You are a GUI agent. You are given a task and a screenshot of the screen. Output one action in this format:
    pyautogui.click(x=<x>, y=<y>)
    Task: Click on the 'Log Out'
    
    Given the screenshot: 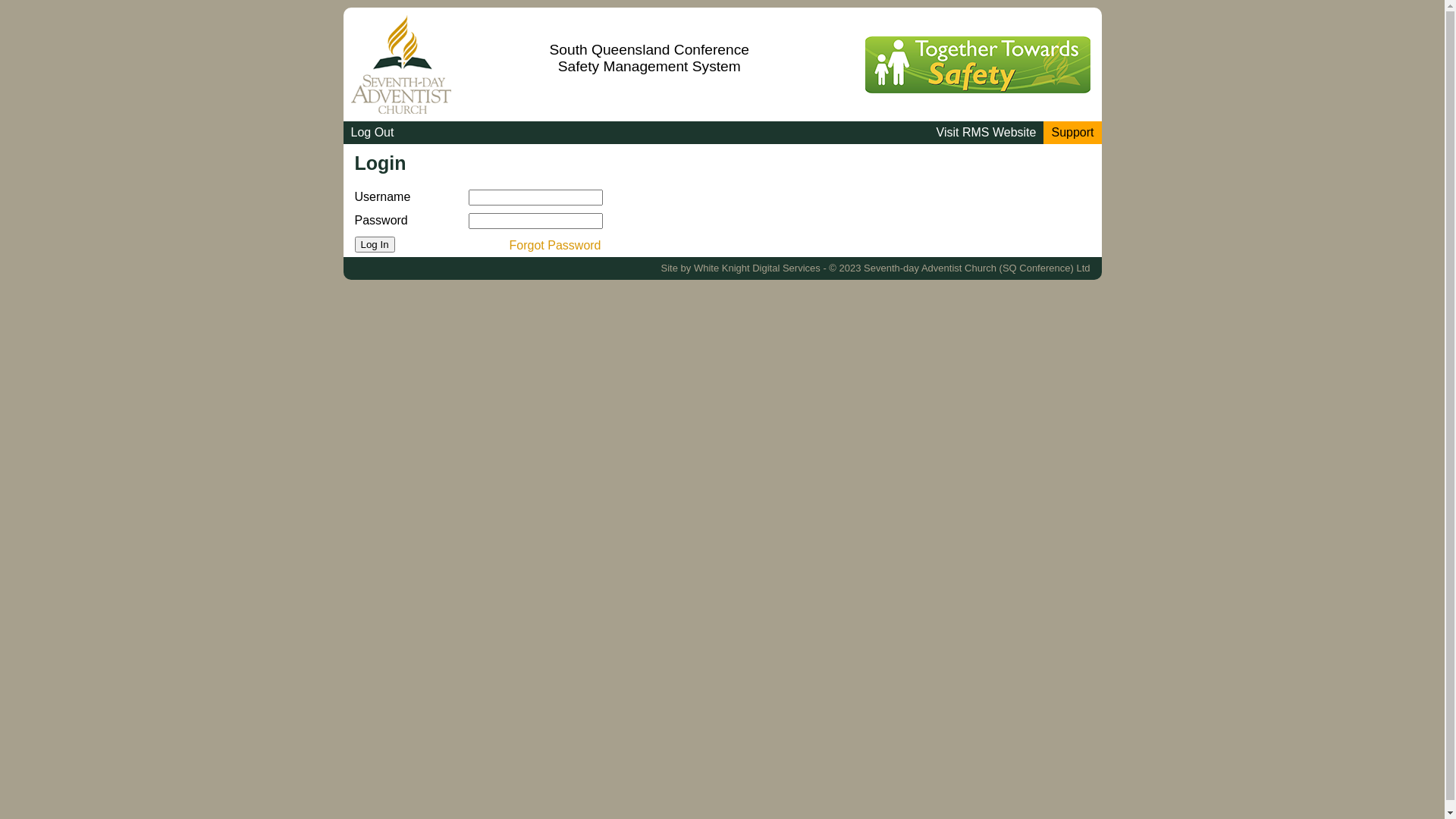 What is the action you would take?
    pyautogui.click(x=372, y=131)
    